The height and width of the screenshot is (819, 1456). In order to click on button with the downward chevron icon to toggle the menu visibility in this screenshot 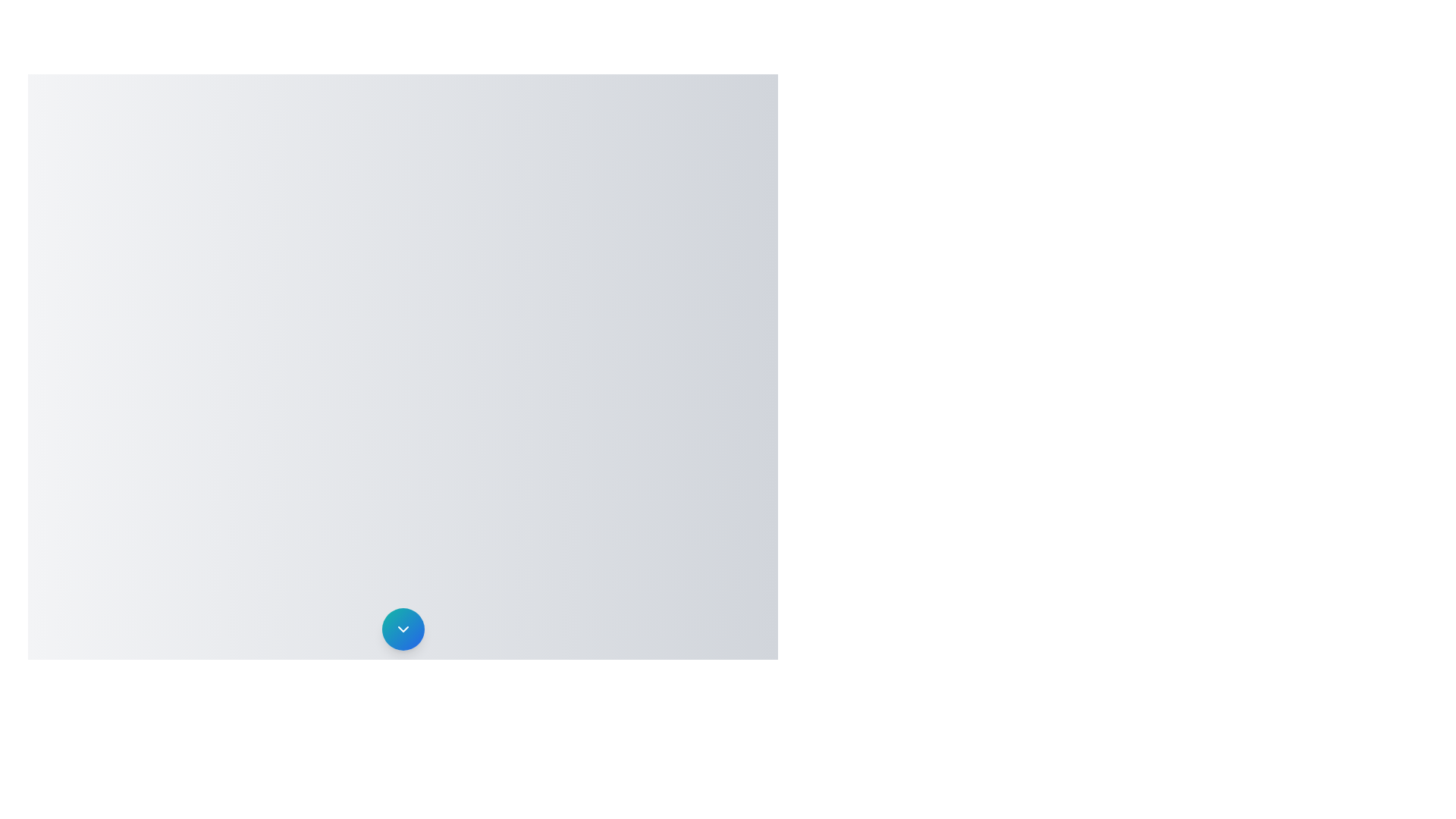, I will do `click(403, 629)`.